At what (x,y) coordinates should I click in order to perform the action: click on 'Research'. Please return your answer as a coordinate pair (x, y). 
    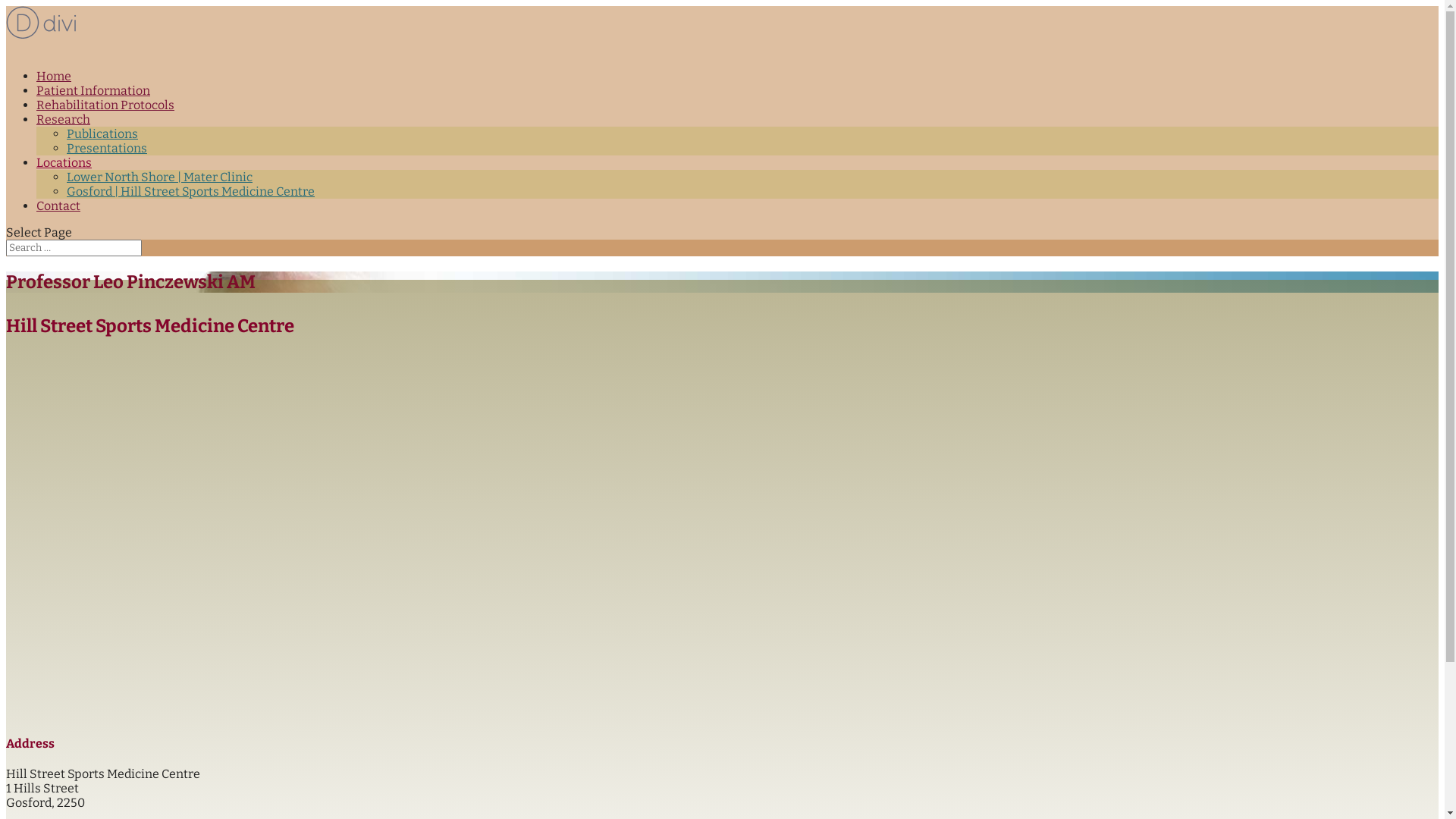
    Looking at the image, I should click on (62, 126).